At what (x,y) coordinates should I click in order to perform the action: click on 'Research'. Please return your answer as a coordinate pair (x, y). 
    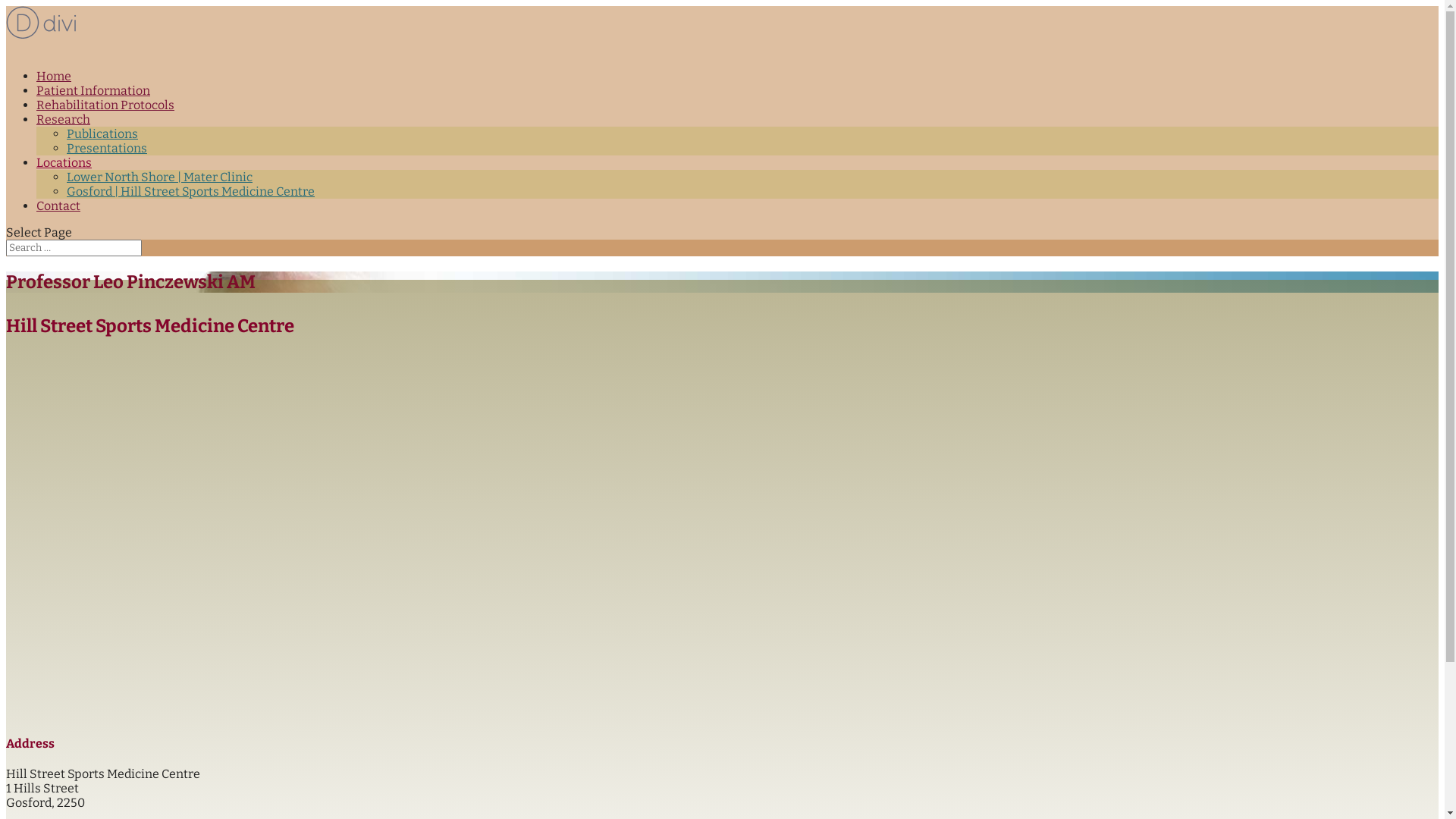
    Looking at the image, I should click on (62, 126).